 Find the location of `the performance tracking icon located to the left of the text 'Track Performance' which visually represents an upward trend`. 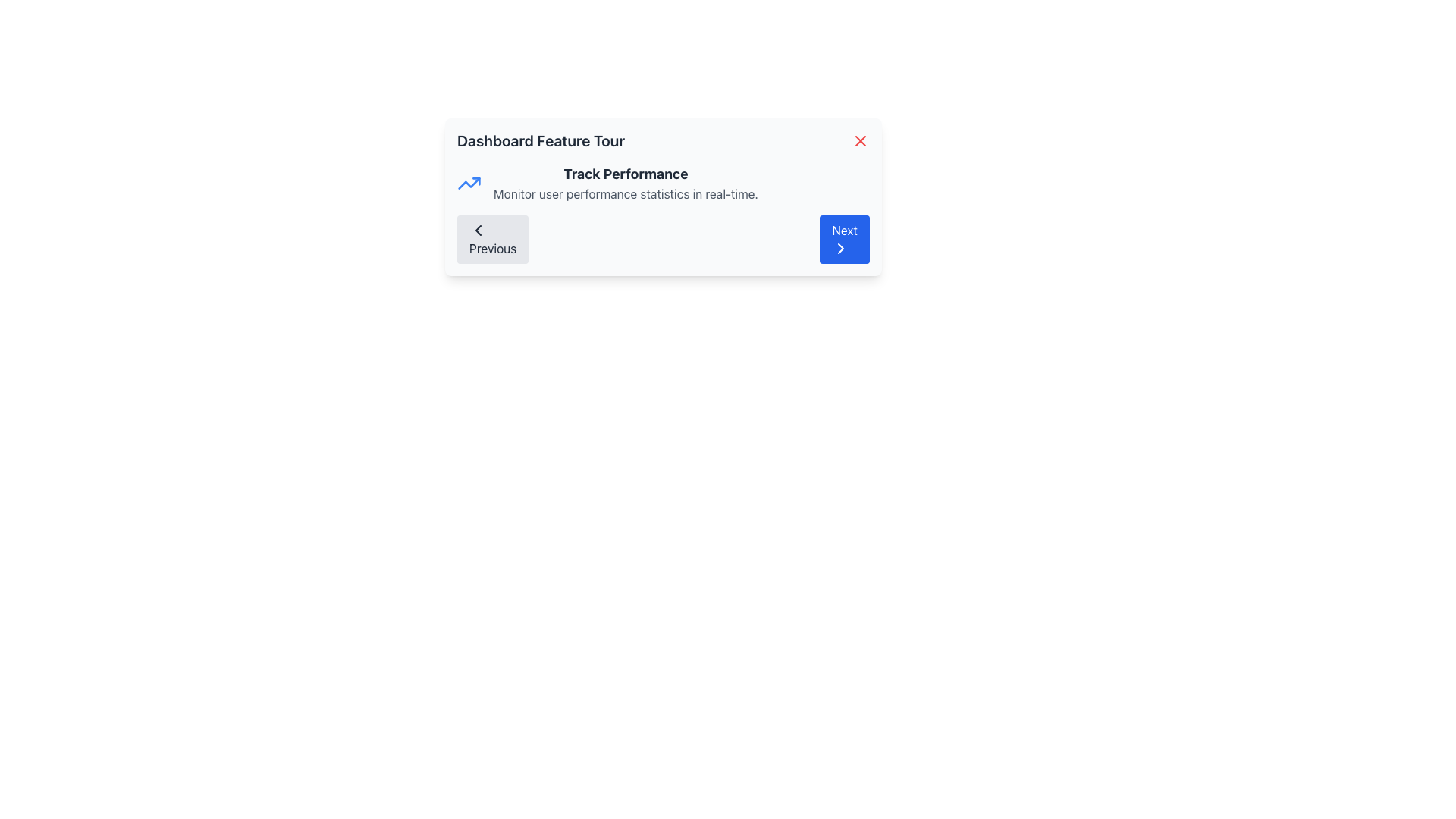

the performance tracking icon located to the left of the text 'Track Performance' which visually represents an upward trend is located at coordinates (469, 183).